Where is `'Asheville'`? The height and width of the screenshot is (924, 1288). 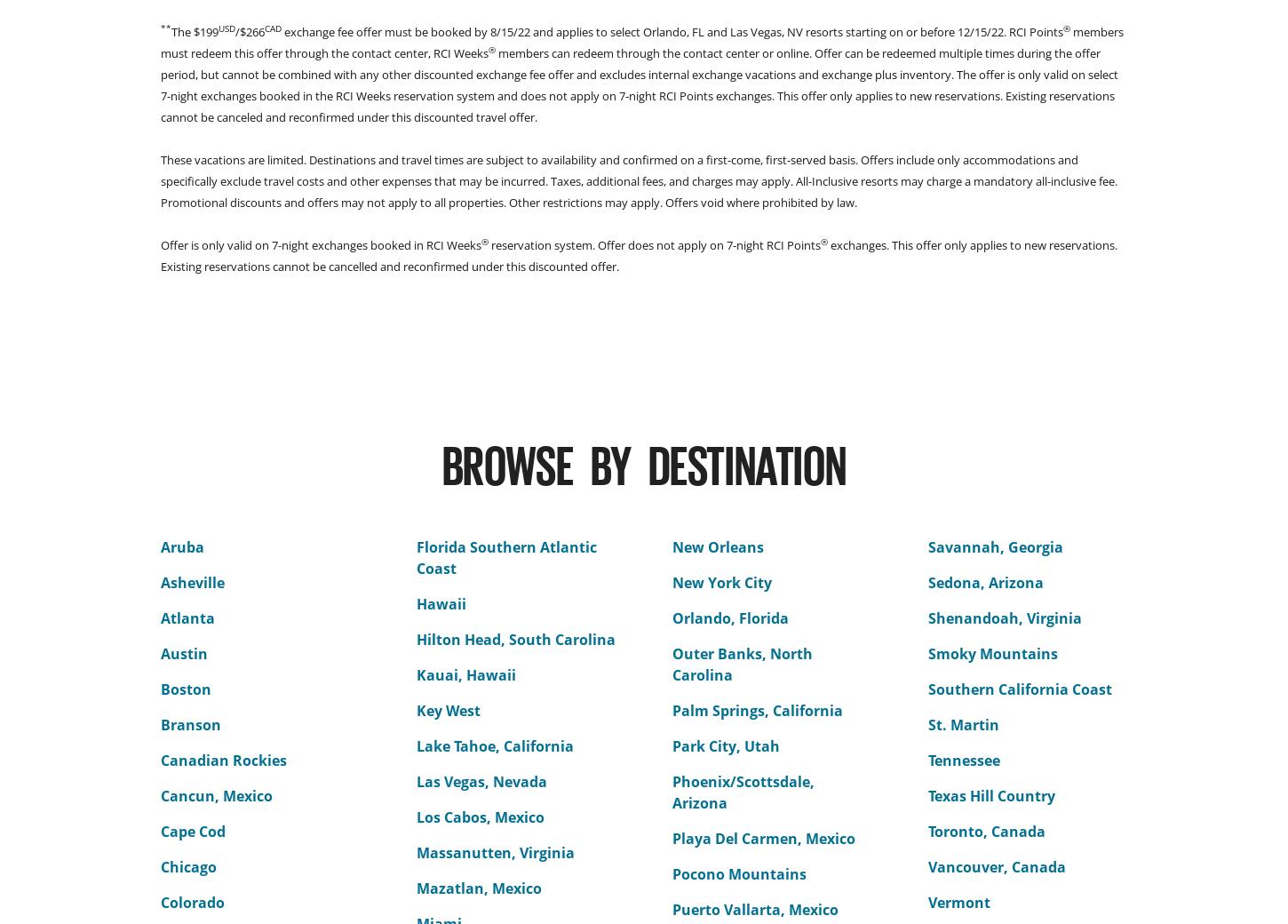
'Asheville' is located at coordinates (192, 583).